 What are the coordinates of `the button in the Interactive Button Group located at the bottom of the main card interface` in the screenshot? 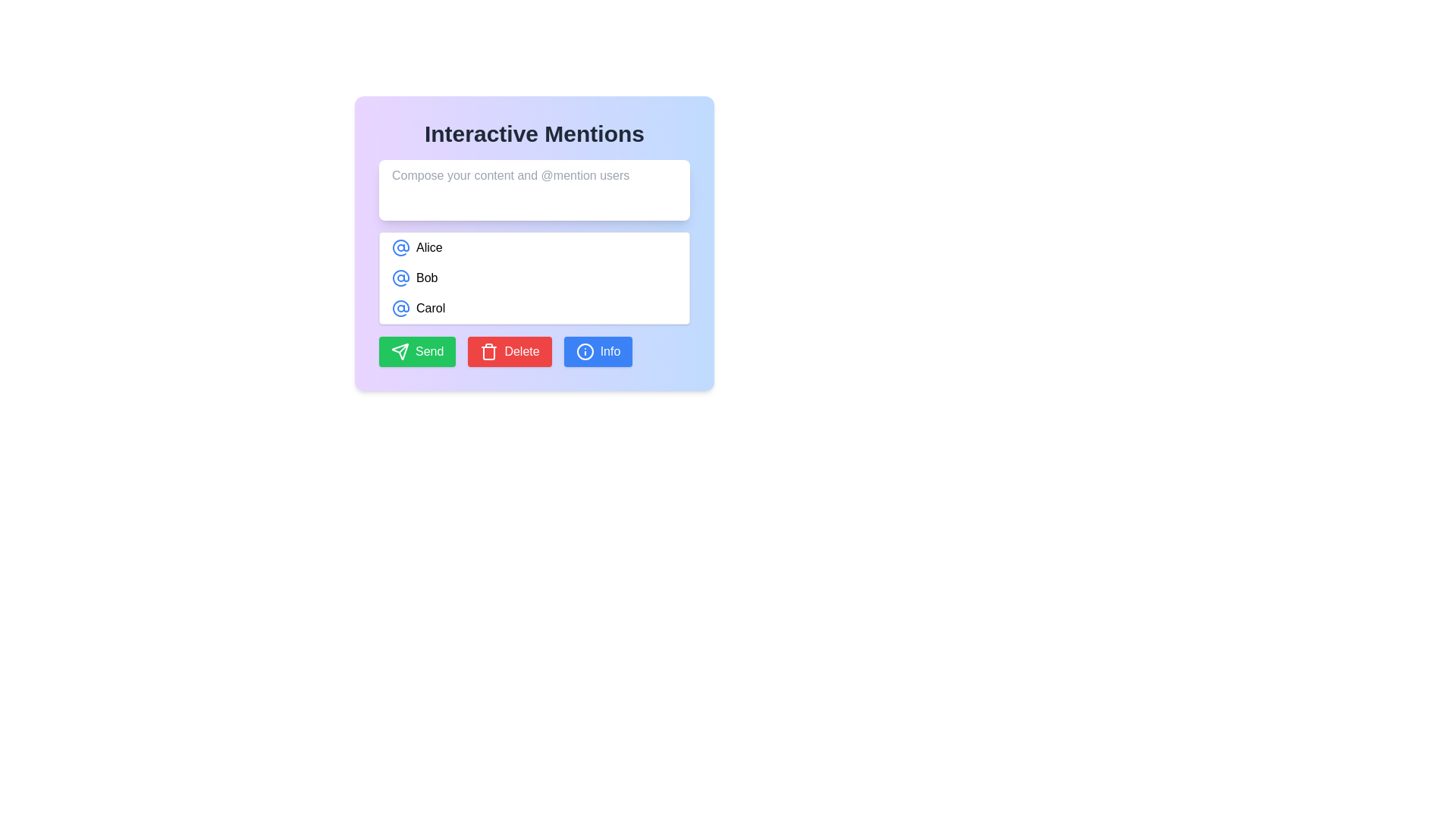 It's located at (535, 351).